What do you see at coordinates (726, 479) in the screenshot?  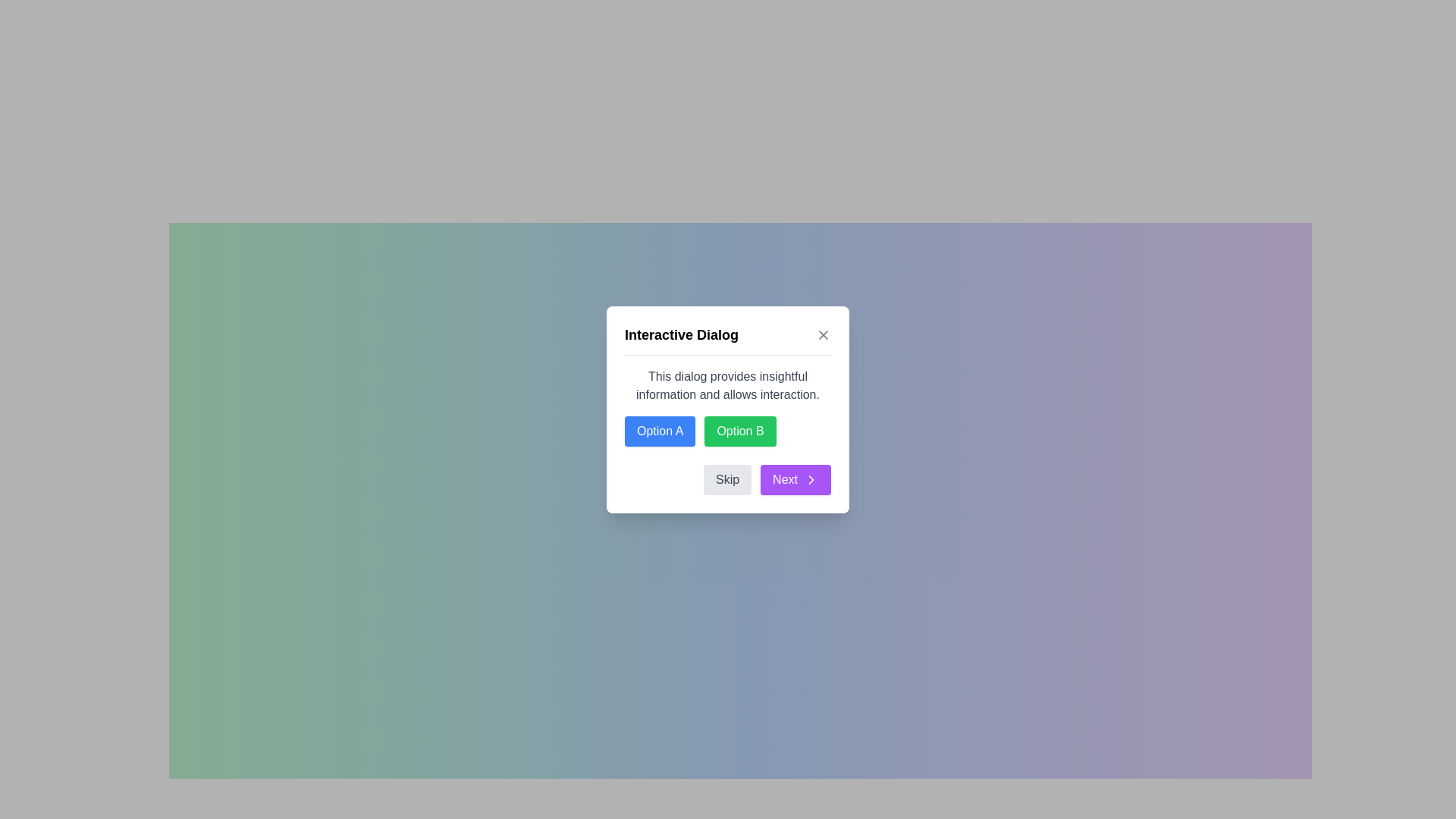 I see `the button located near the bottom of the dialog box, aligned to the left of the purple 'Next' button, to skip the current operation` at bounding box center [726, 479].